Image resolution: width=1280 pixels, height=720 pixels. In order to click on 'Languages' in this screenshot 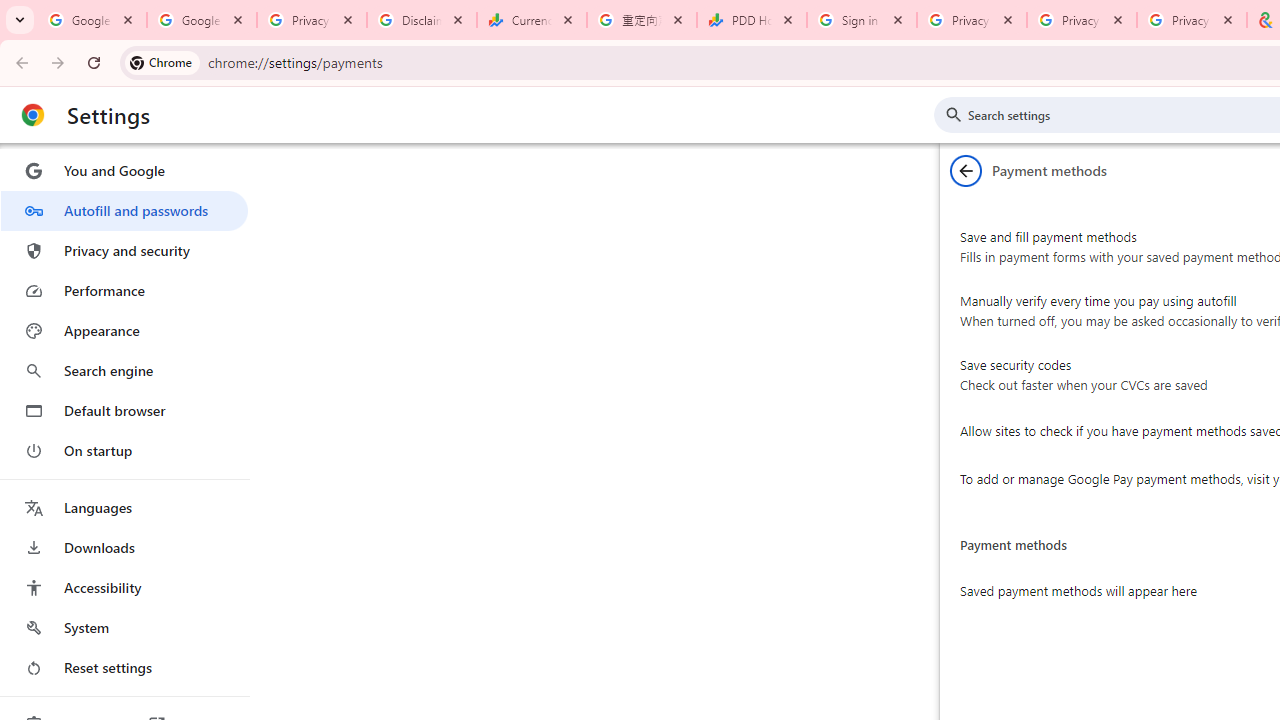, I will do `click(123, 506)`.